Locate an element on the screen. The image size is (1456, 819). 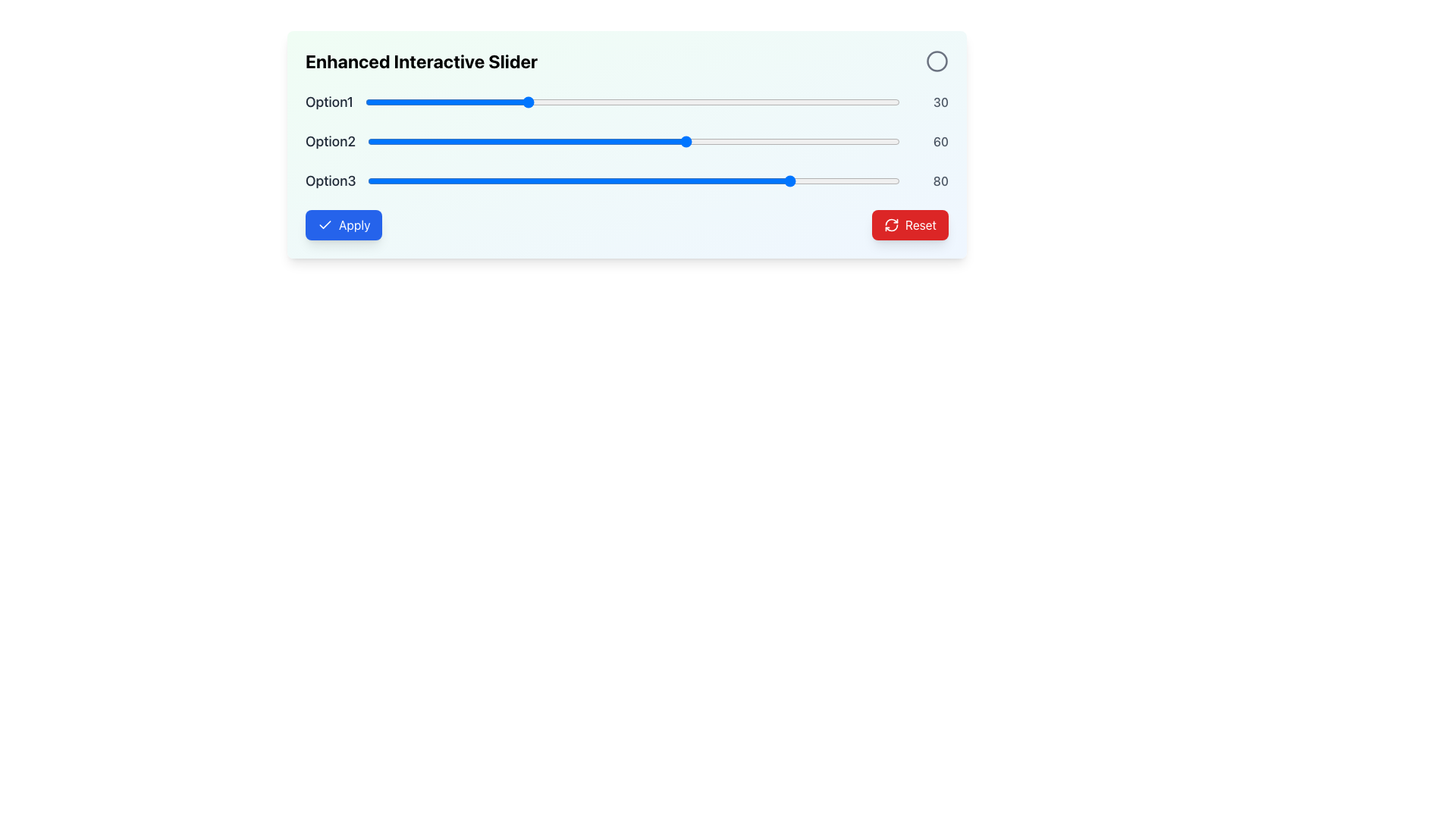
the reset action icon located within the red 'Reset' button at the bottom right of the panel interface is located at coordinates (891, 225).